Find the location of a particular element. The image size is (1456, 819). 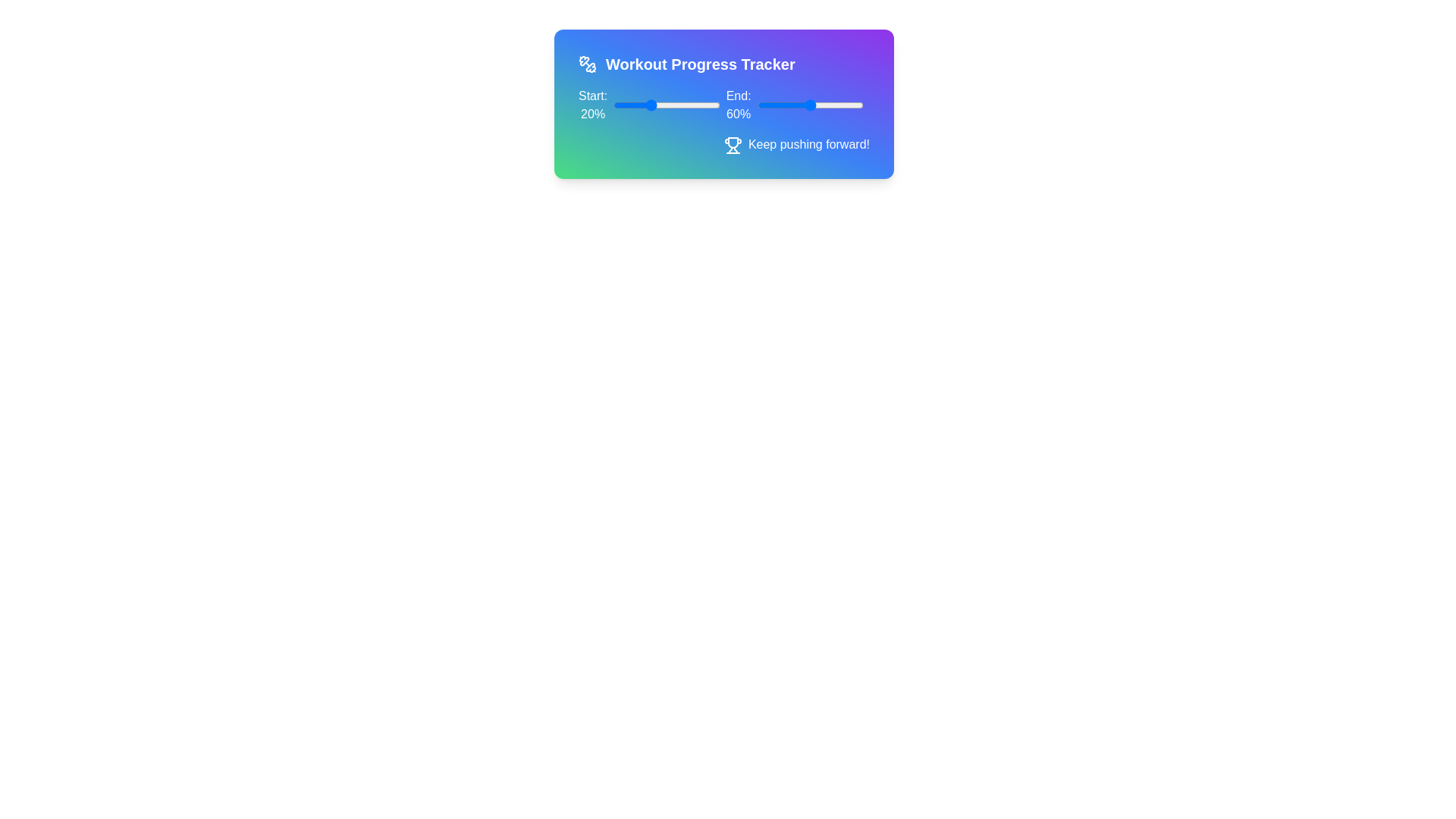

the slider value is located at coordinates (698, 104).